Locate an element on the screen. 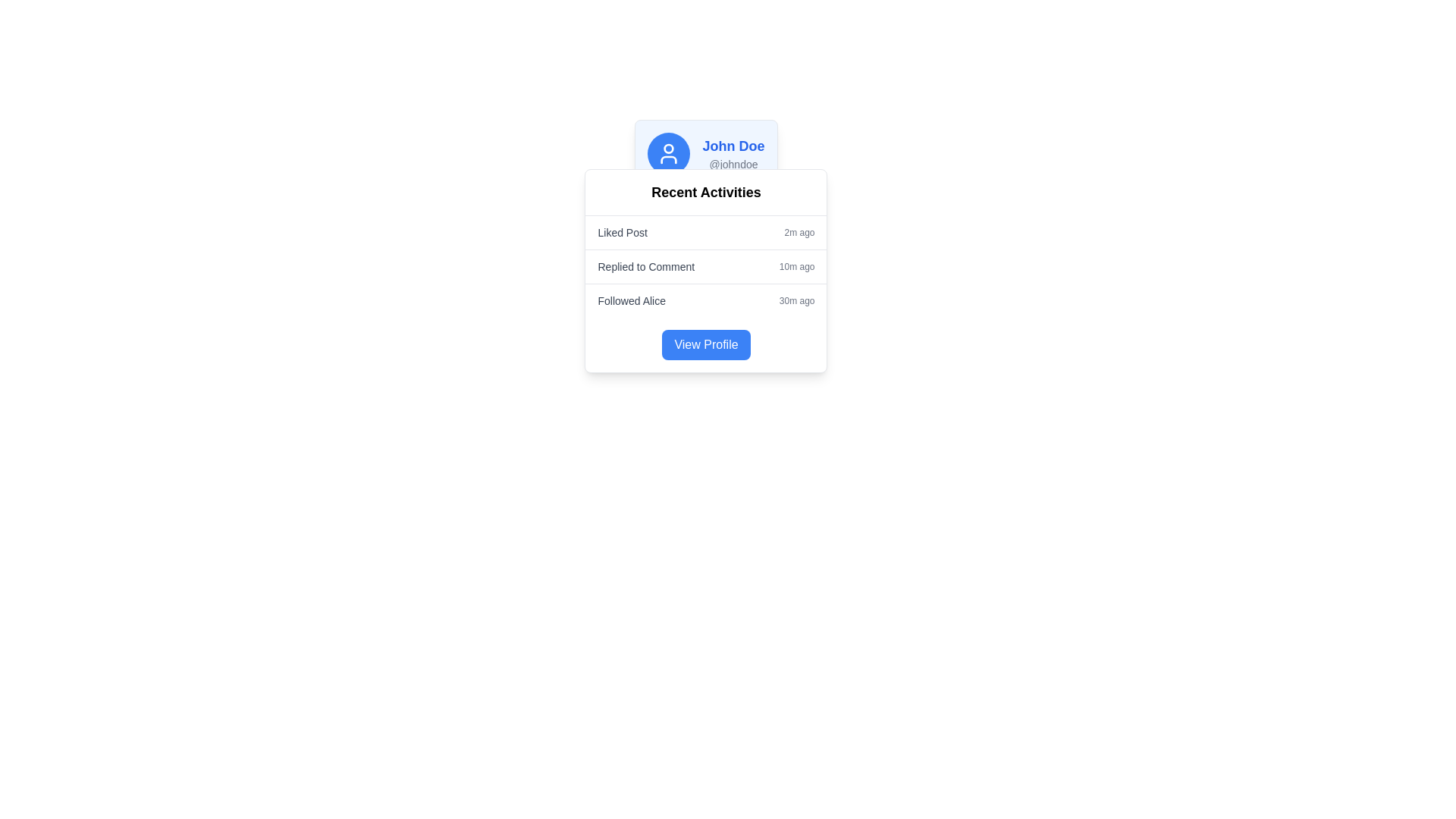 The height and width of the screenshot is (819, 1456). the button located at the bottom of the user activity card is located at coordinates (705, 345).